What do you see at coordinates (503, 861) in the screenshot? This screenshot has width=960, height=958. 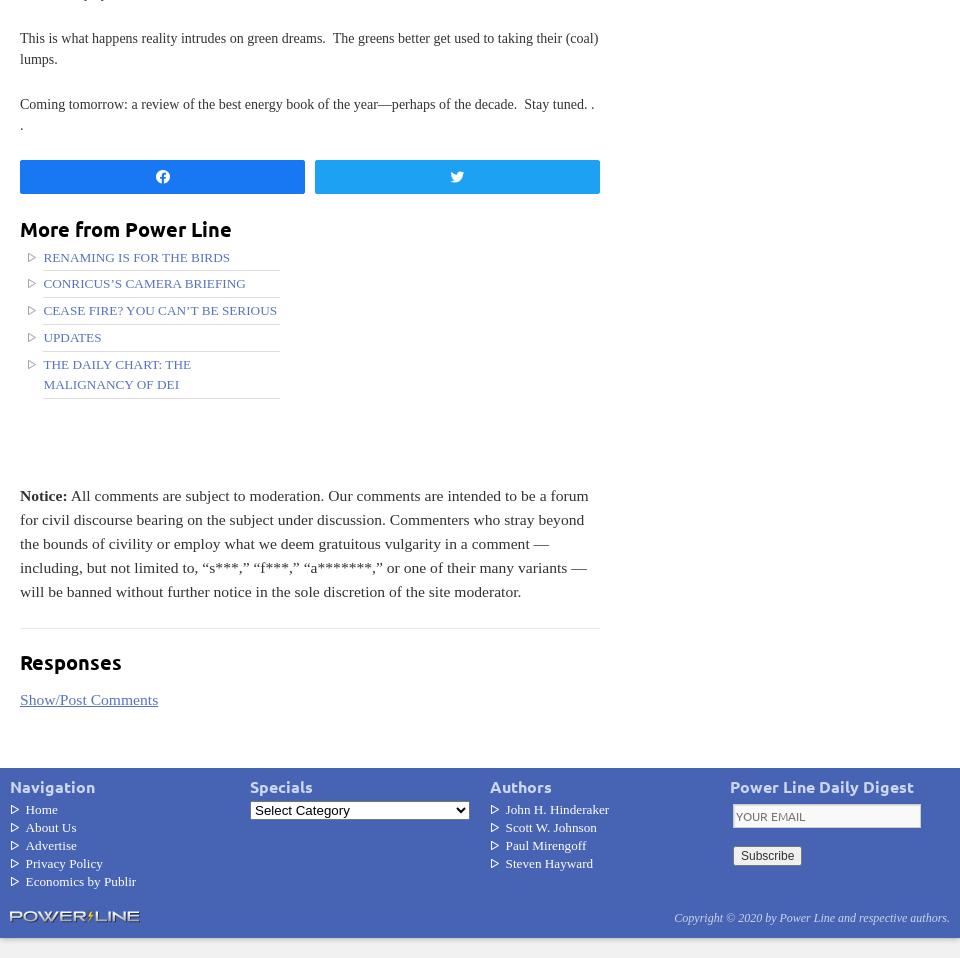 I see `'Steven Hayward'` at bounding box center [503, 861].